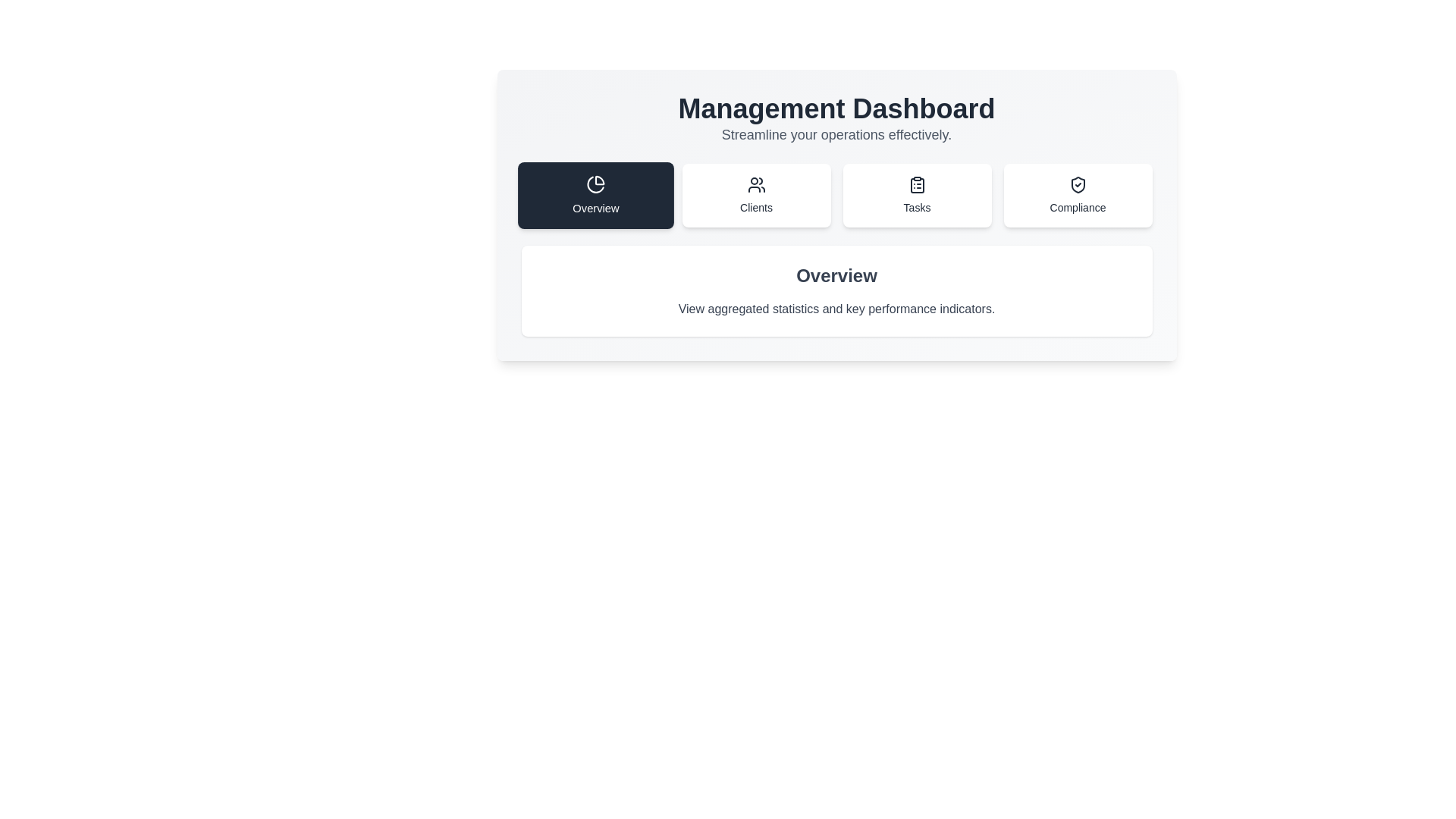 This screenshot has height=819, width=1456. What do you see at coordinates (916, 195) in the screenshot?
I see `the Tasks tab to view its content` at bounding box center [916, 195].